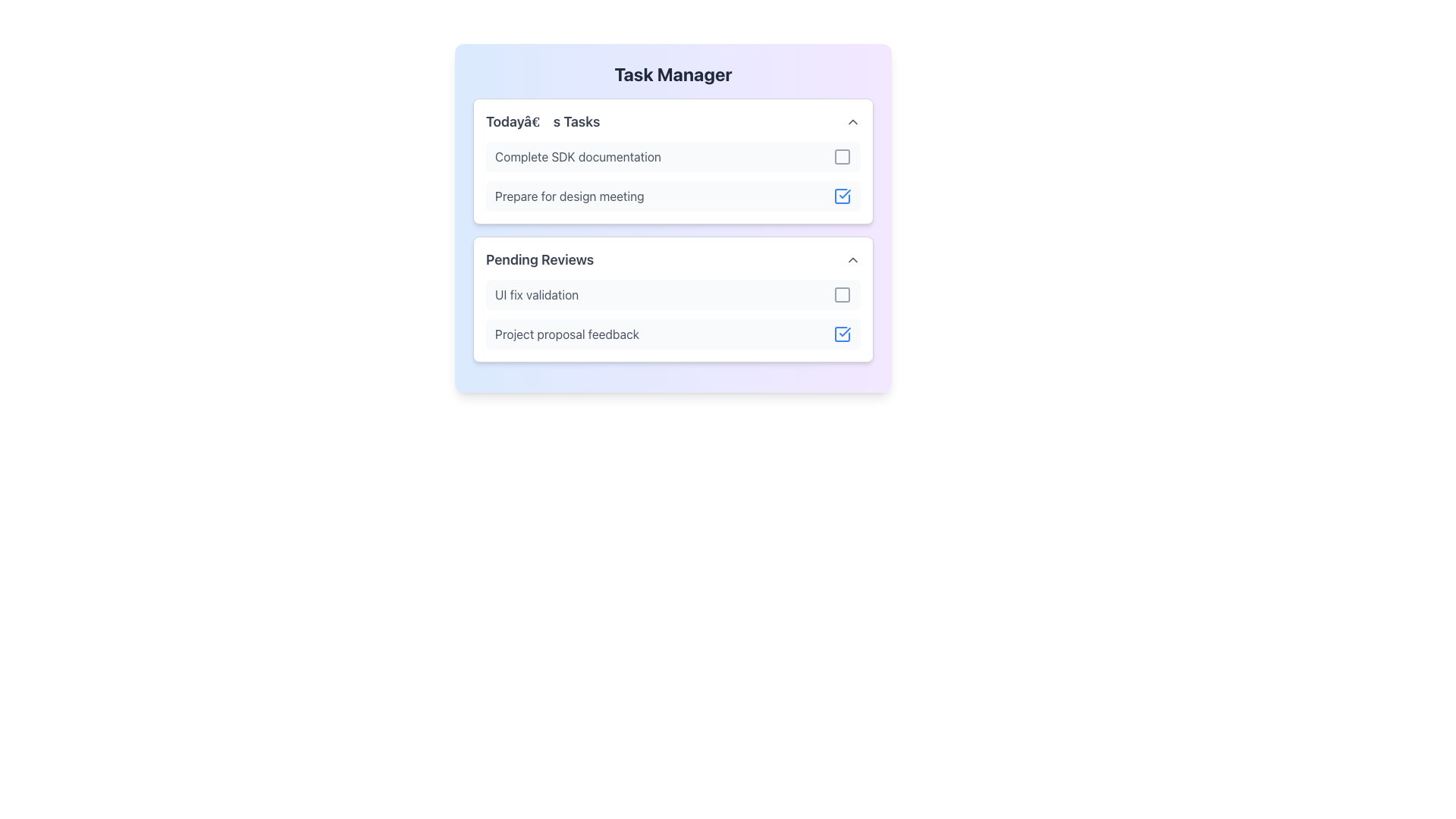 The image size is (1456, 819). I want to click on the small gray outlined button located to the right of the 'Complete SDK documentation' text in the 'Today's Tasks' section, so click(841, 157).